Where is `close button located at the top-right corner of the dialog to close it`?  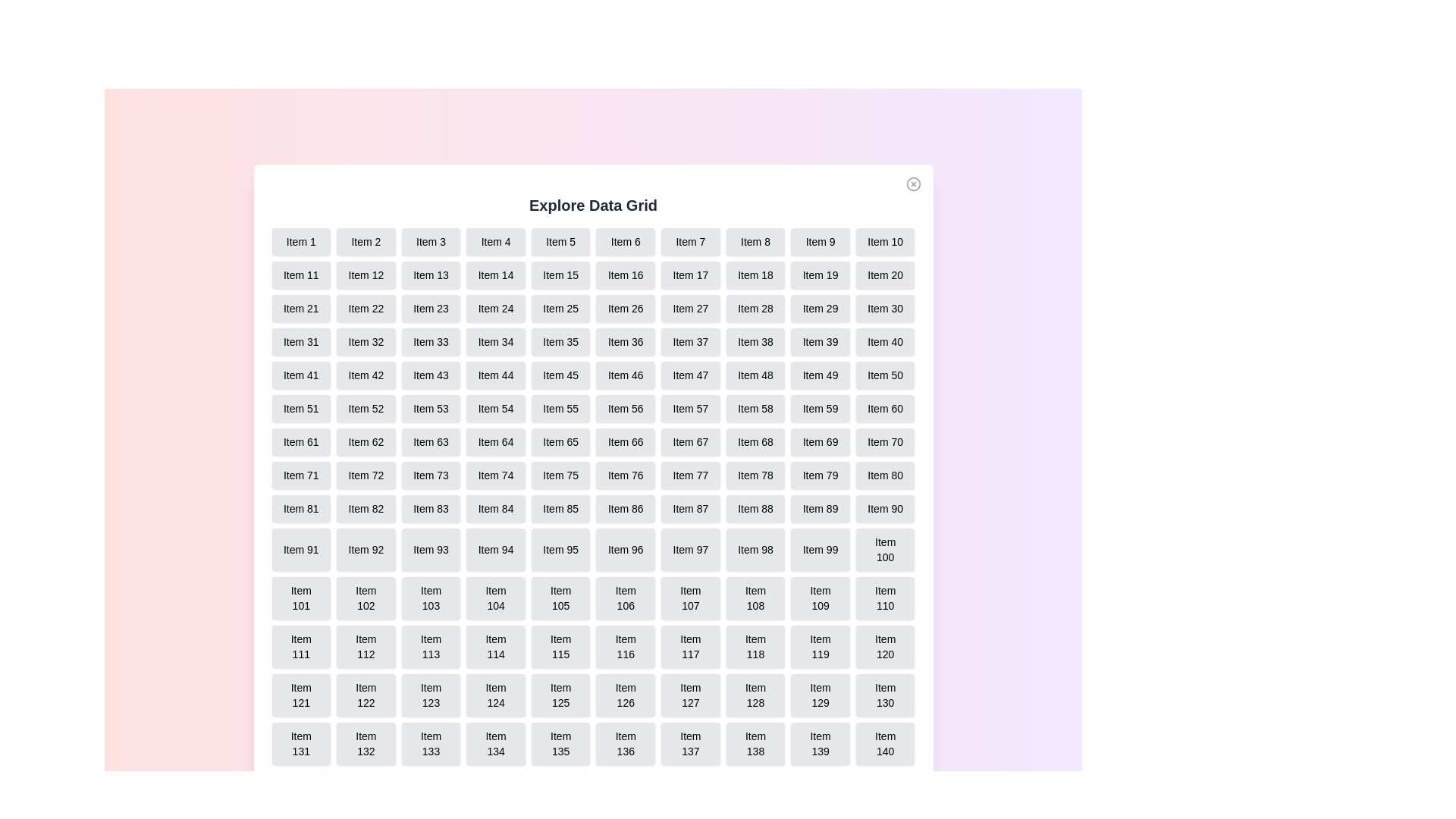 close button located at the top-right corner of the dialog to close it is located at coordinates (912, 184).